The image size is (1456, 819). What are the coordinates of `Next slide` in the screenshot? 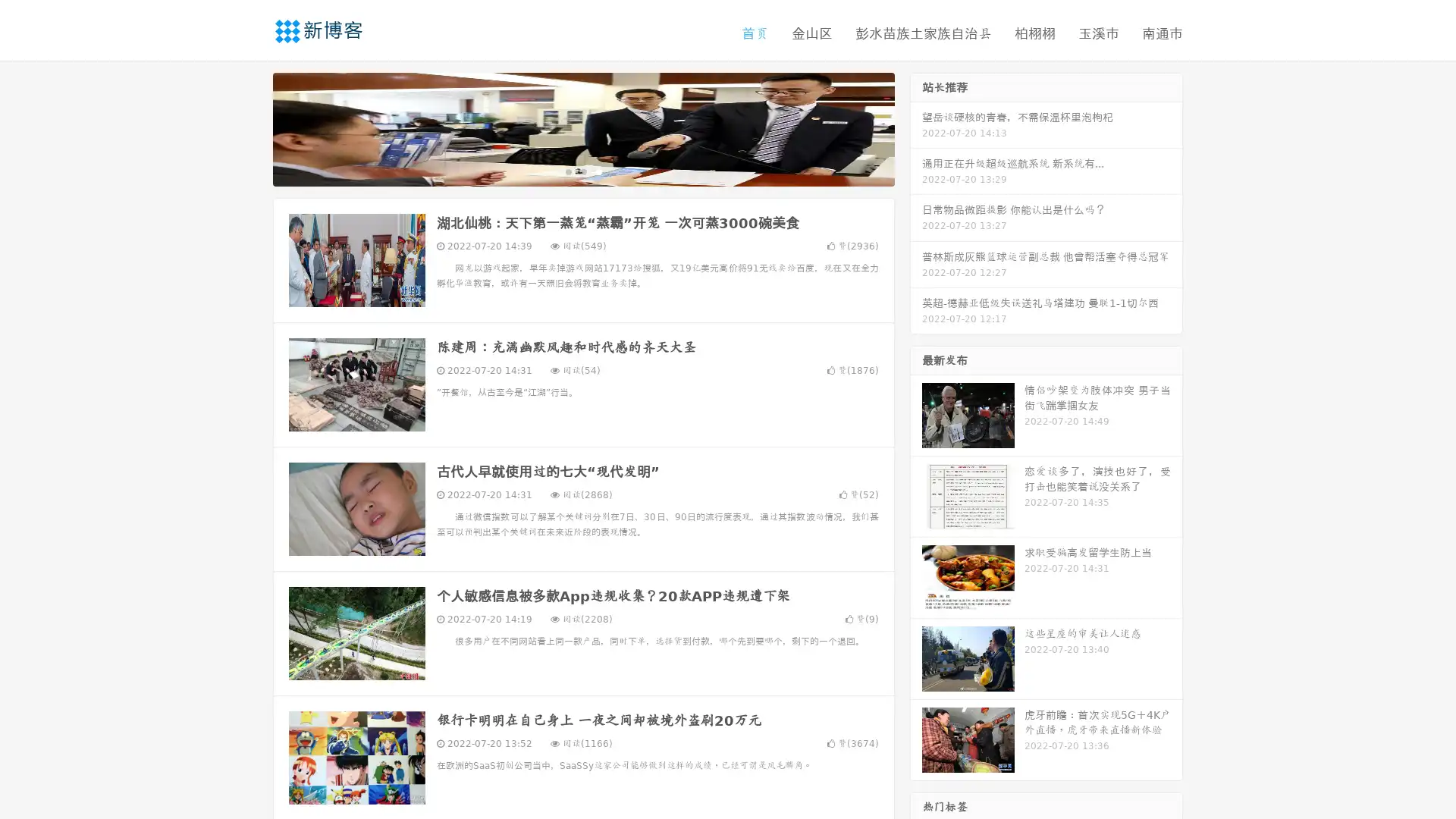 It's located at (916, 127).